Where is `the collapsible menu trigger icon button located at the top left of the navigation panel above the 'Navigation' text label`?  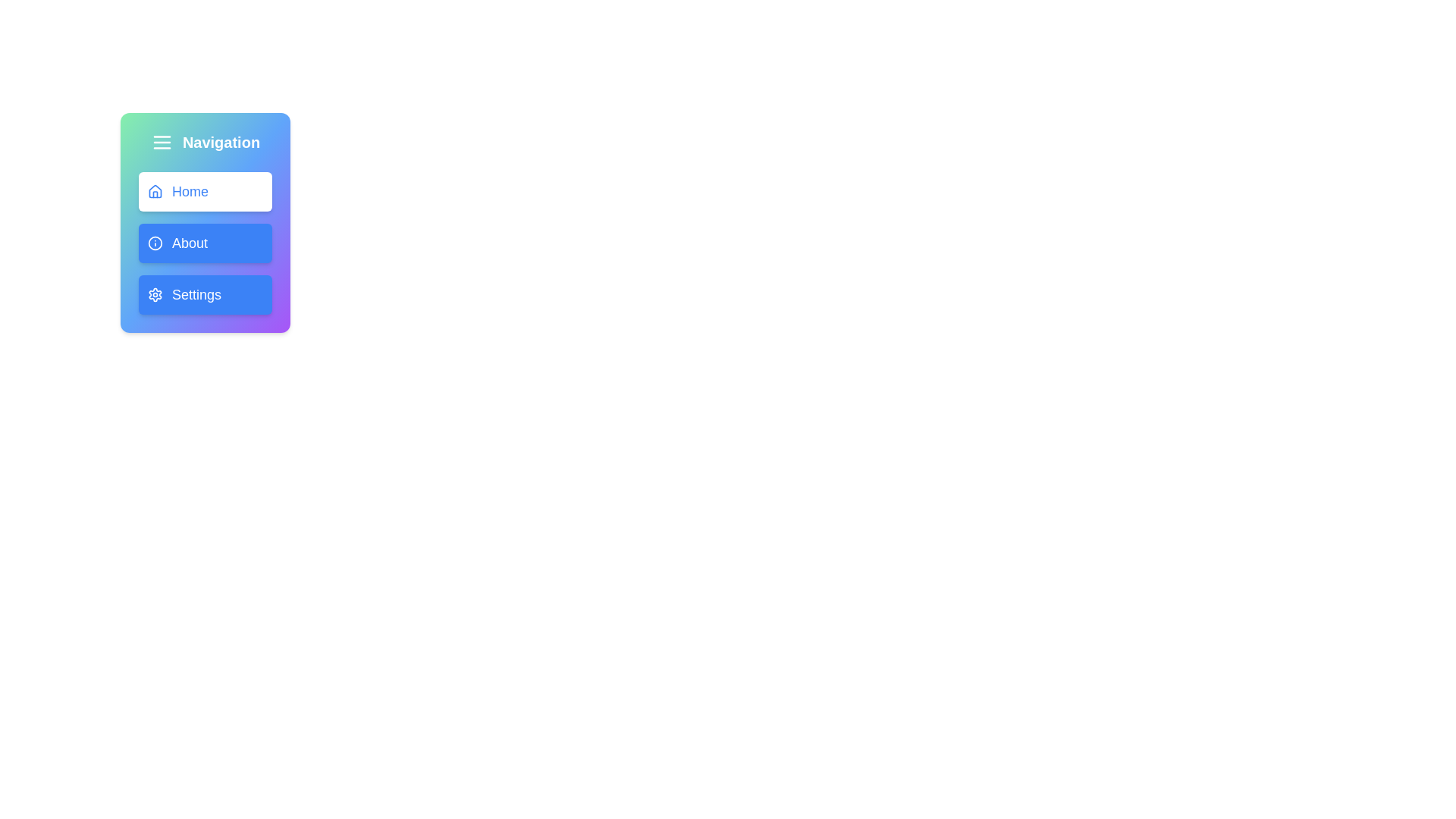
the collapsible menu trigger icon button located at the top left of the navigation panel above the 'Navigation' text label is located at coordinates (162, 143).